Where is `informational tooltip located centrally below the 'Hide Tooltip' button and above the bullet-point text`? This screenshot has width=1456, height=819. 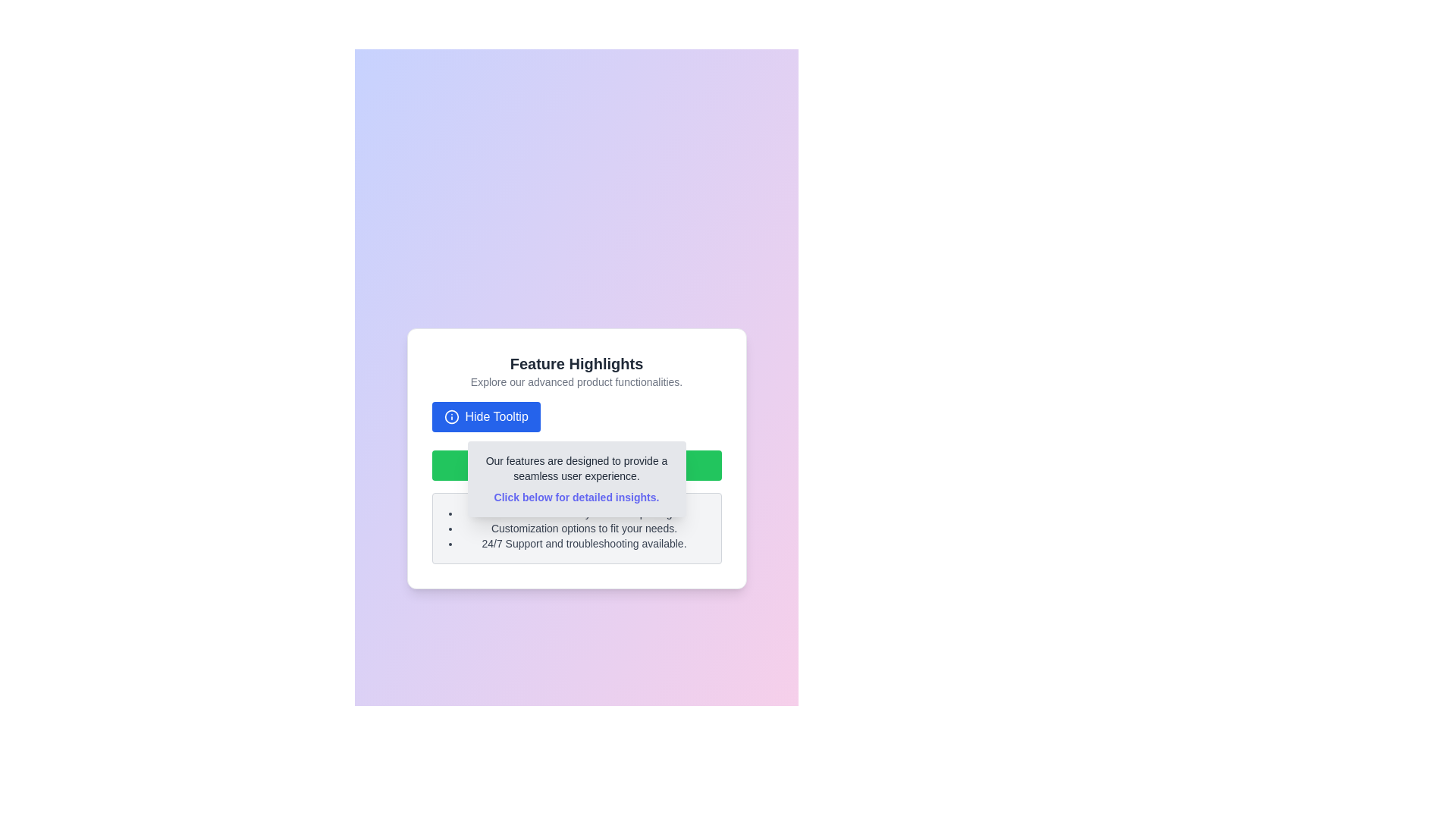
informational tooltip located centrally below the 'Hide Tooltip' button and above the bullet-point text is located at coordinates (576, 479).